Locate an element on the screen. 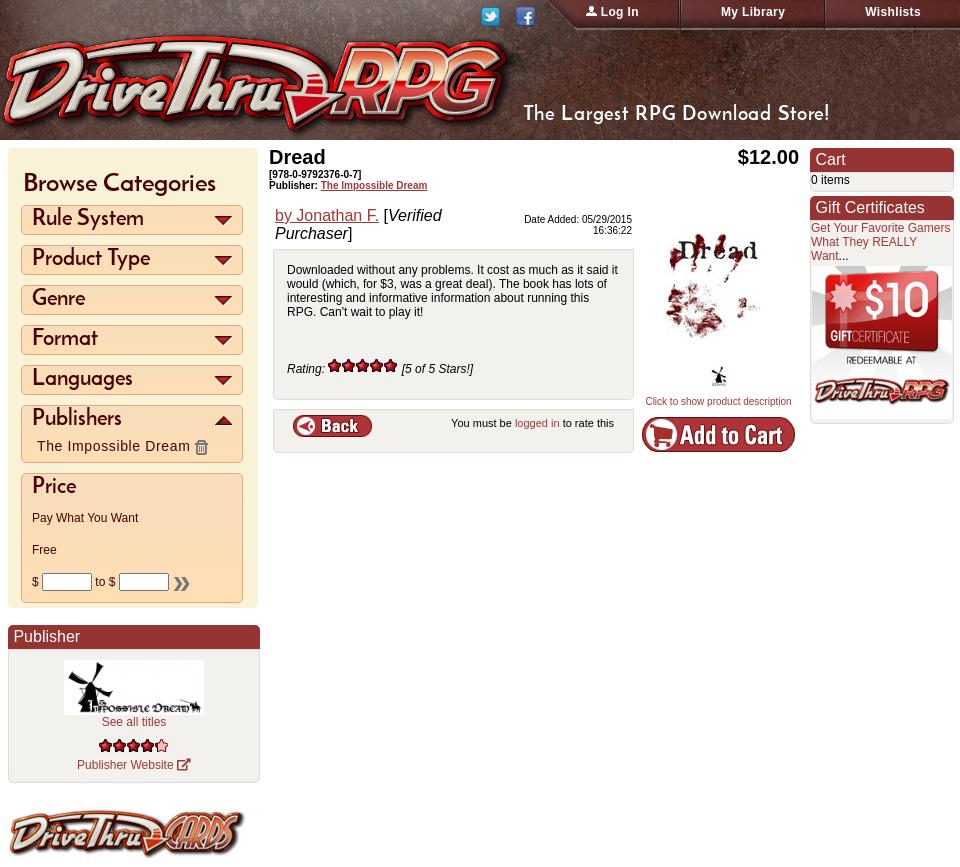 The height and width of the screenshot is (867, 960). '0 items' is located at coordinates (830, 179).